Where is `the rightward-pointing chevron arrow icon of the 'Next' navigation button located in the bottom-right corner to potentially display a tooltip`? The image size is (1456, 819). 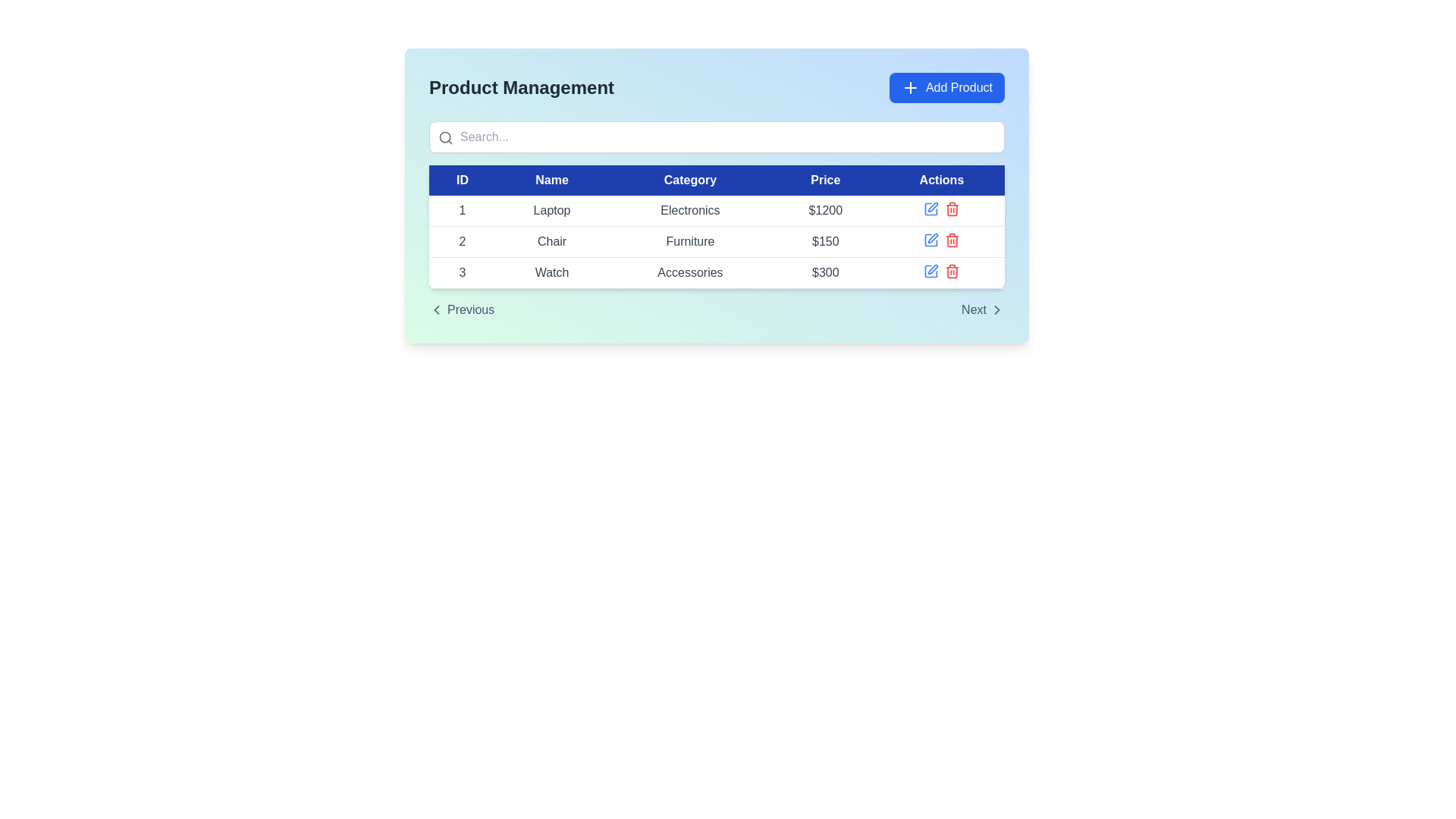 the rightward-pointing chevron arrow icon of the 'Next' navigation button located in the bottom-right corner to potentially display a tooltip is located at coordinates (997, 309).